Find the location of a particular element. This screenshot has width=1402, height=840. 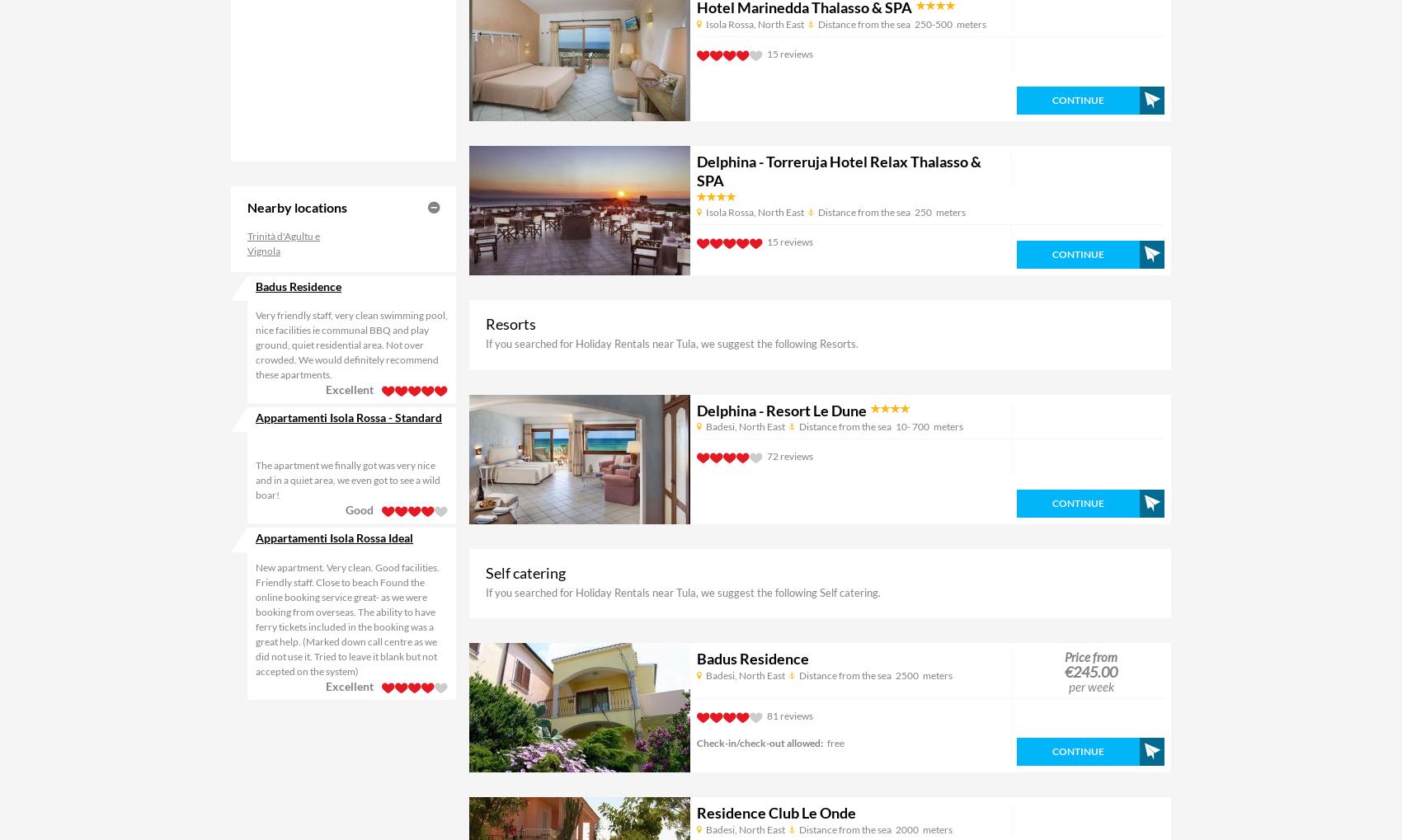

'10- 700' is located at coordinates (911, 426).